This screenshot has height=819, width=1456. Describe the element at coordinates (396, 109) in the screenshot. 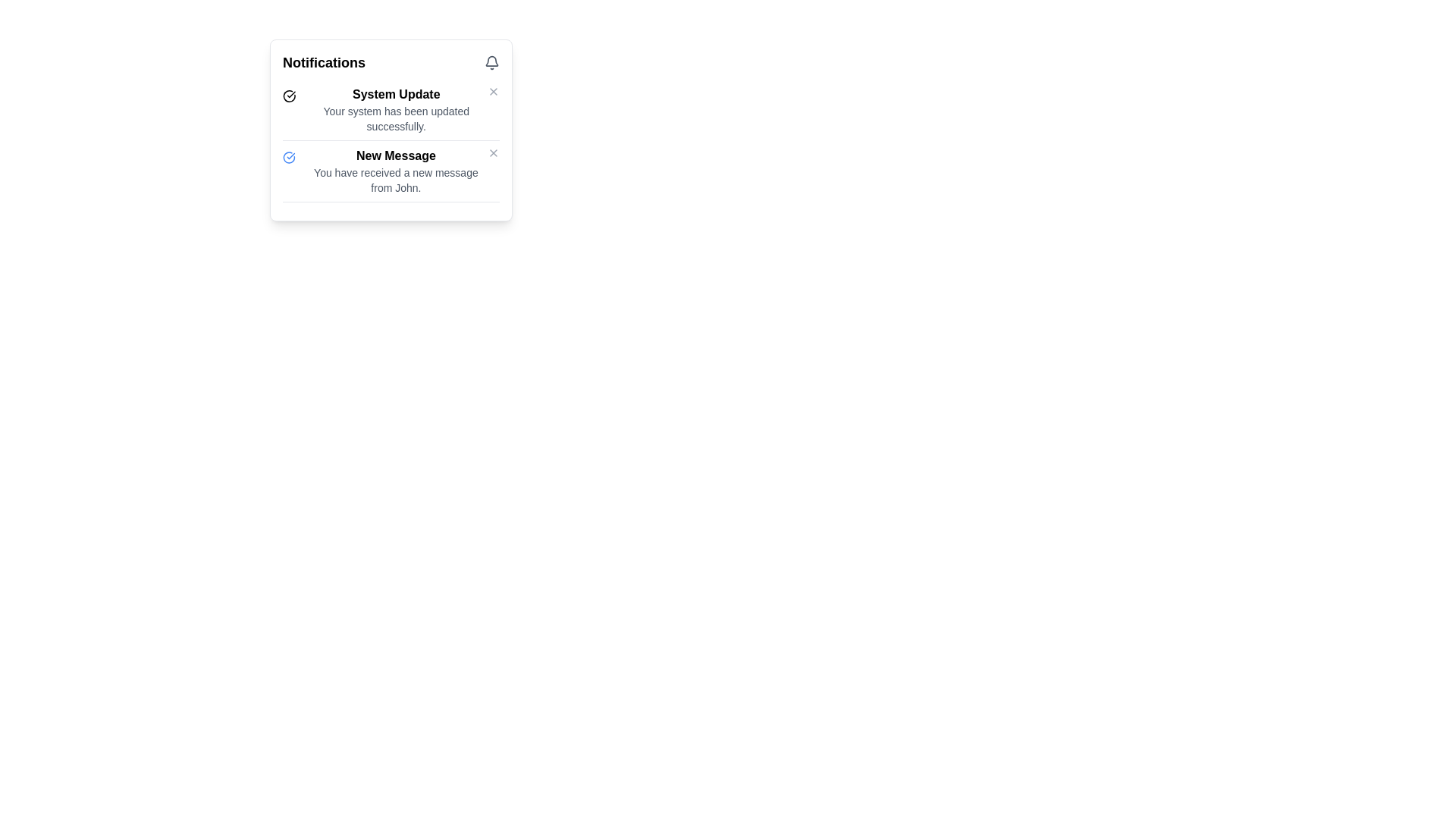

I see `message content of the successful system update notification, which is the first notification listed under the 'Notifications' header` at that location.